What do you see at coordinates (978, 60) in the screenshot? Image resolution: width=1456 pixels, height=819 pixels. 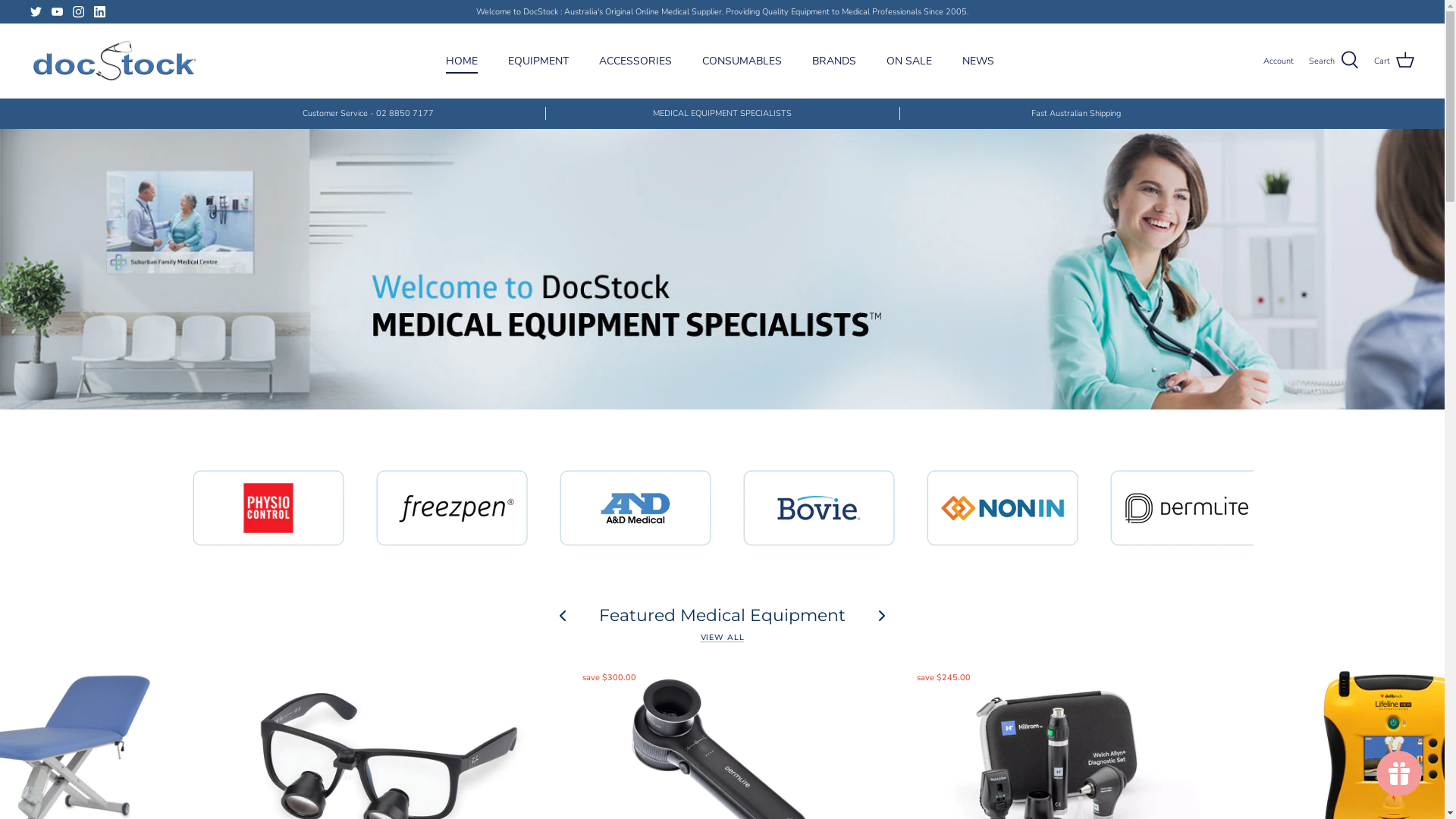 I see `'NEWS'` at bounding box center [978, 60].